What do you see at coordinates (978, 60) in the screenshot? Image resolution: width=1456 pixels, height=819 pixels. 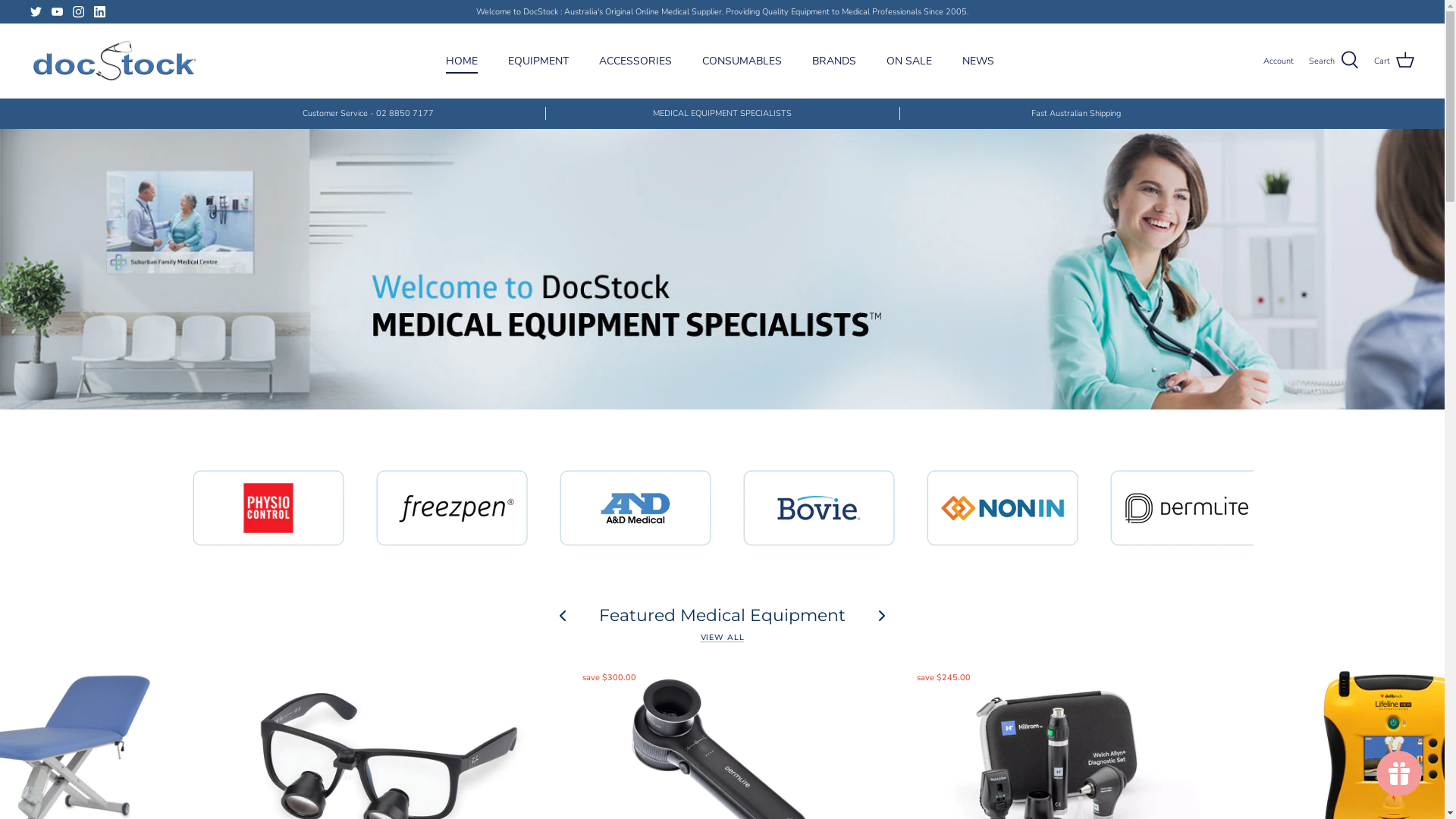 I see `'NEWS'` at bounding box center [978, 60].